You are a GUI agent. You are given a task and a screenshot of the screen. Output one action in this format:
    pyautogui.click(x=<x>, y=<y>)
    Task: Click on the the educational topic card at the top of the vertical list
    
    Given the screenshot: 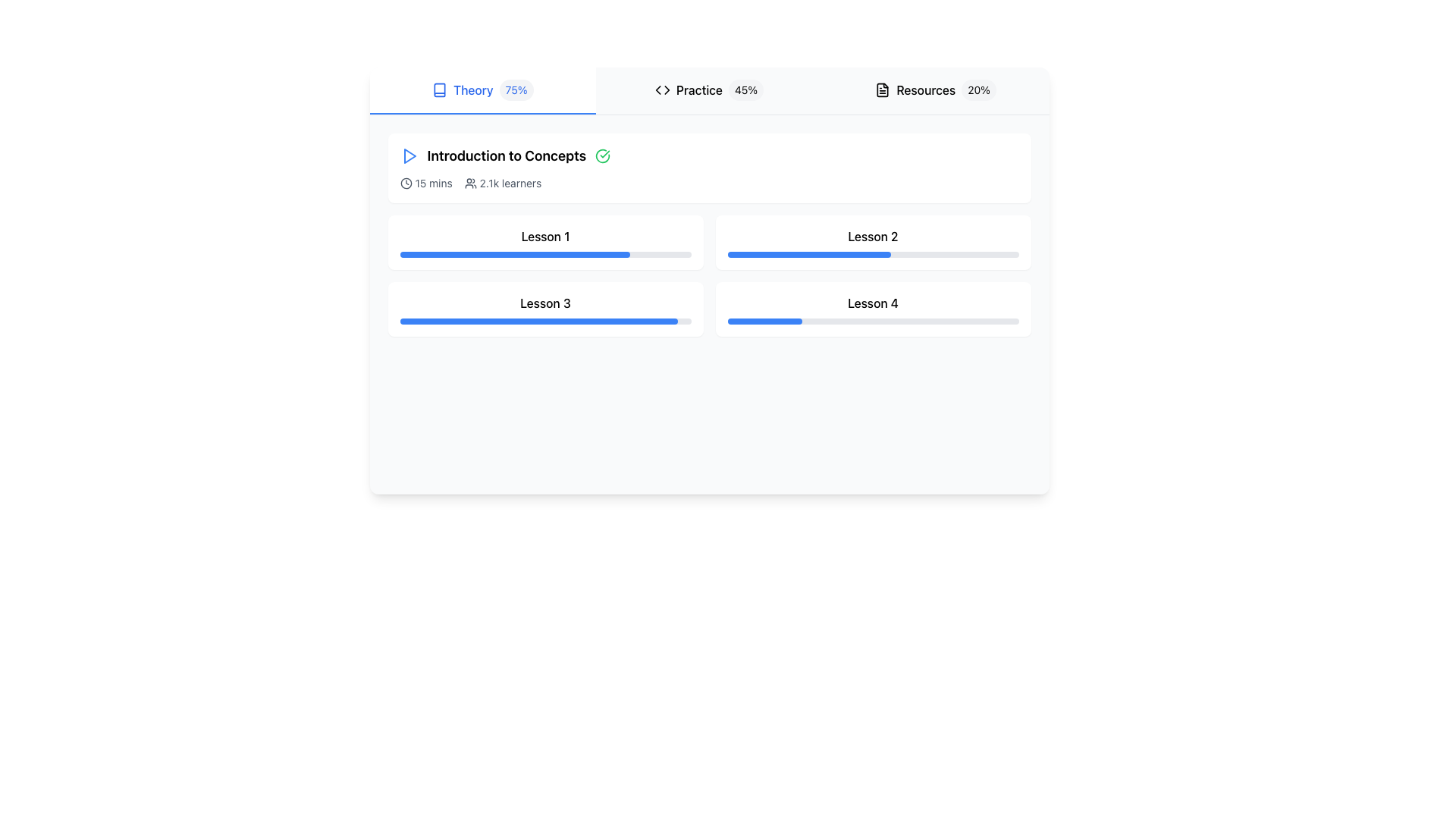 What is the action you would take?
    pyautogui.click(x=708, y=168)
    